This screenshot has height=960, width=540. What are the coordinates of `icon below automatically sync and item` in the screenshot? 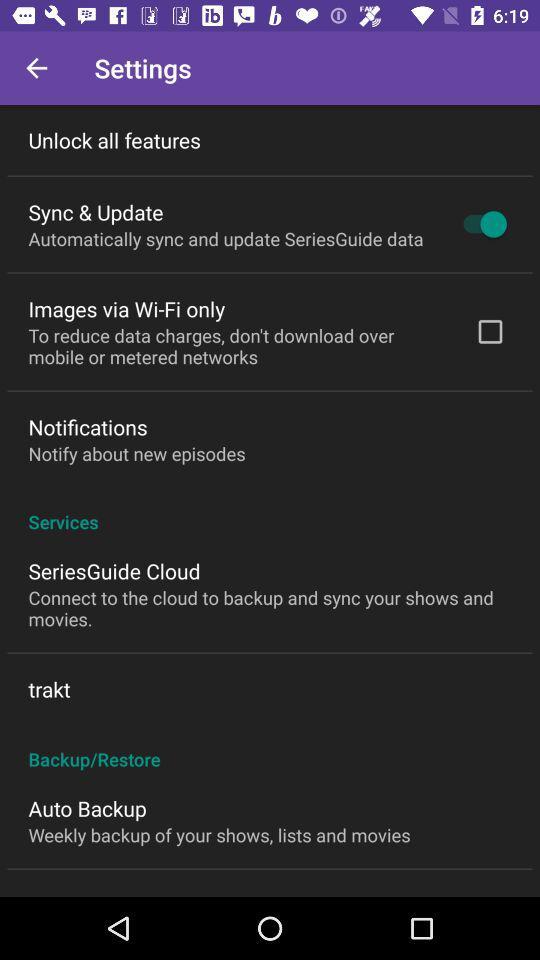 It's located at (126, 309).